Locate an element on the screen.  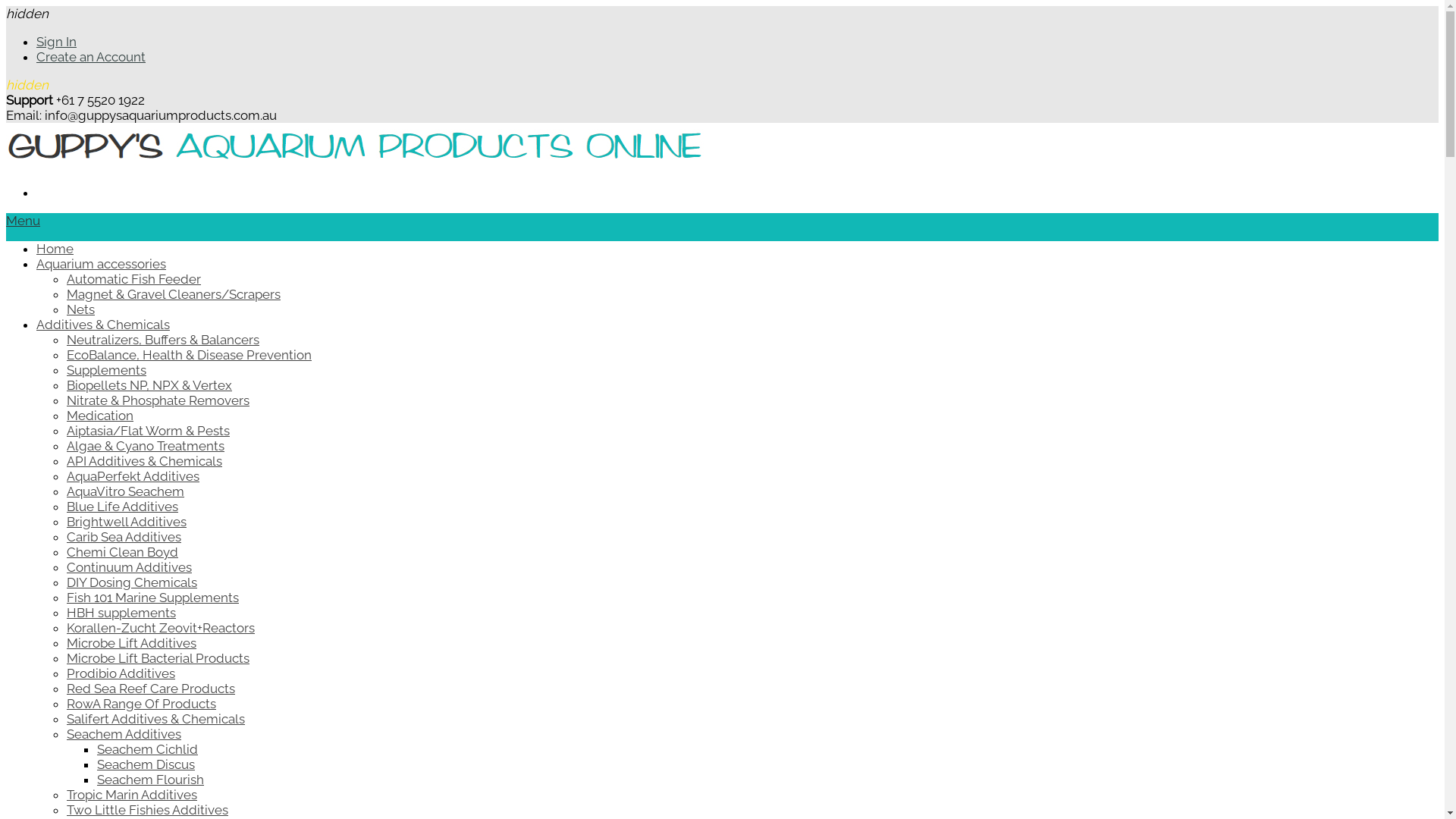
'Seachem Discus' is located at coordinates (146, 764).